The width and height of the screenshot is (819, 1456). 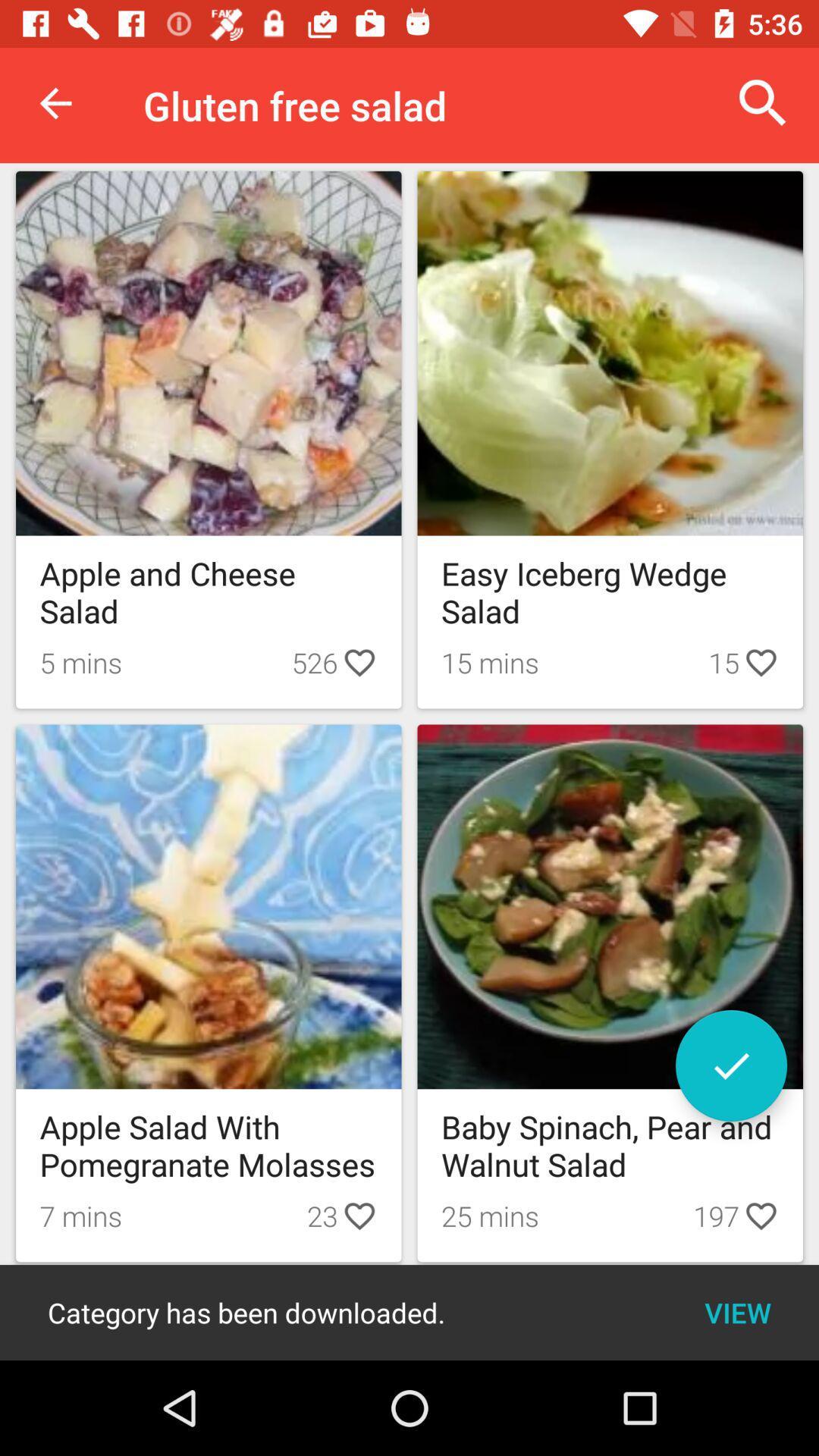 What do you see at coordinates (55, 102) in the screenshot?
I see `the icon next to gluten free salad item` at bounding box center [55, 102].